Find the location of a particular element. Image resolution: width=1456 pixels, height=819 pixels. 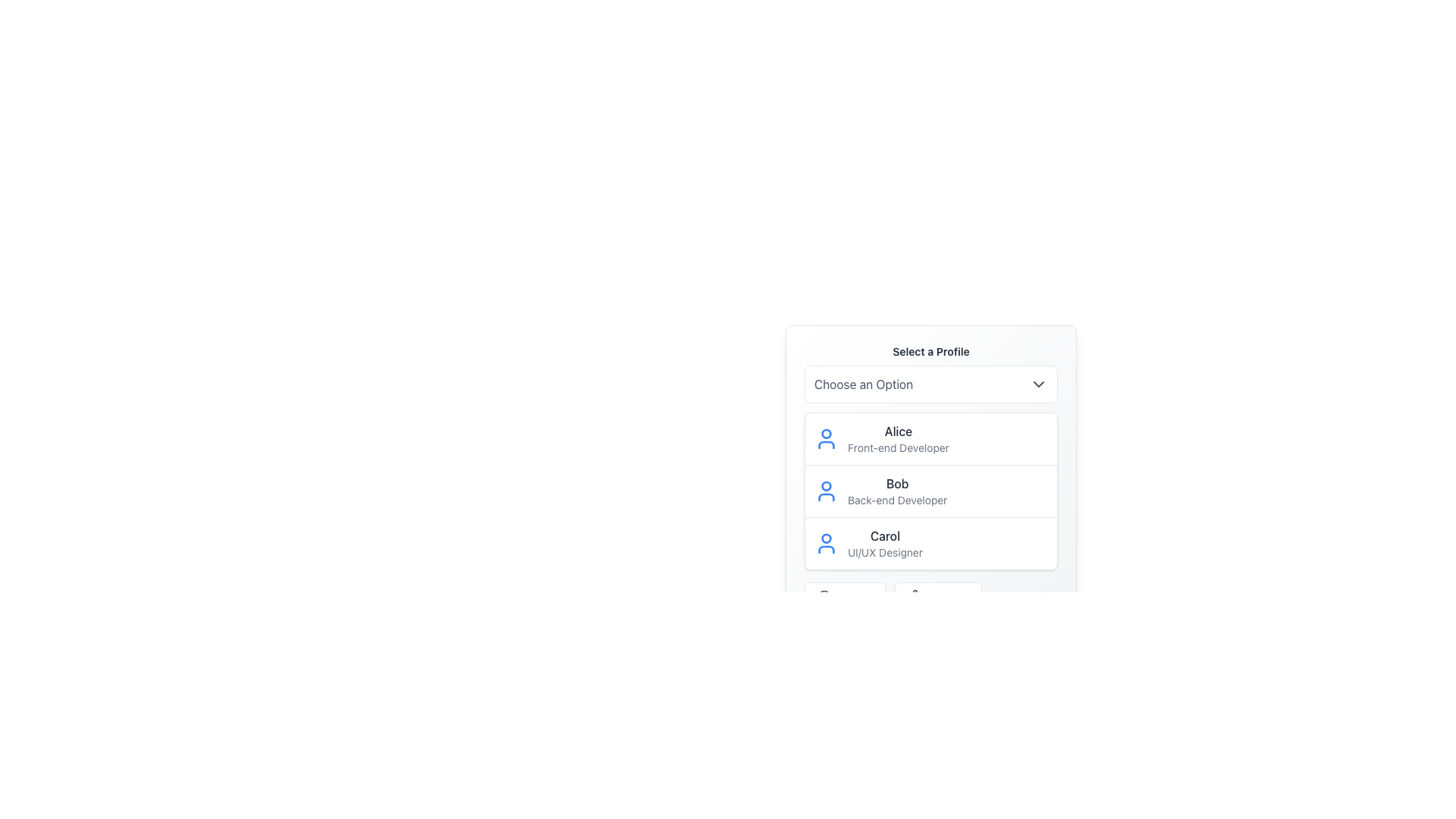

the selectable option representing the profile of 'Carol', identified as a 'UI/UX Designer' is located at coordinates (868, 543).